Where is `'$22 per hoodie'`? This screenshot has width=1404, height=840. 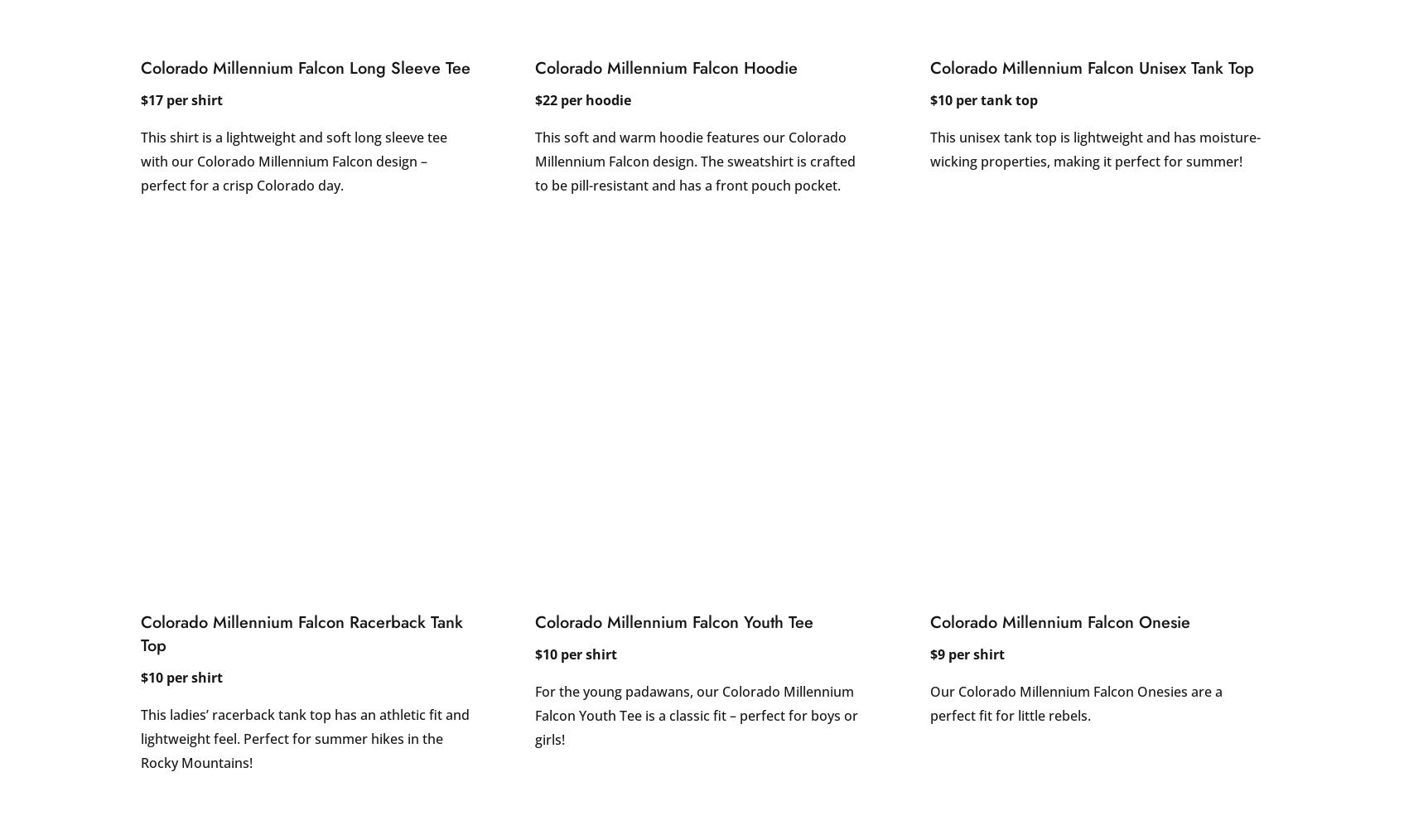
'$22 per hoodie' is located at coordinates (582, 99).